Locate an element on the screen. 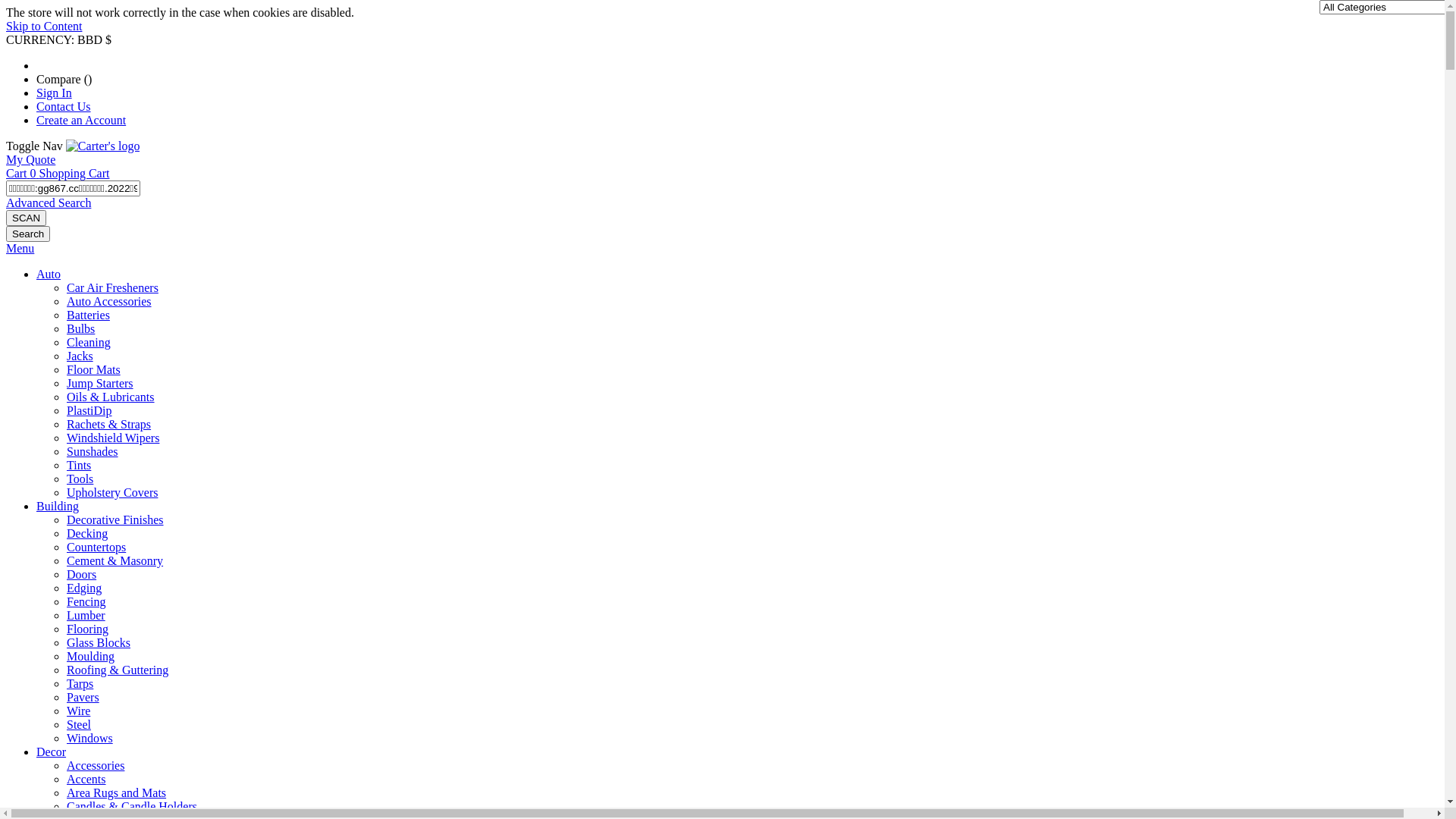  'Roofing & Guttering' is located at coordinates (65, 669).